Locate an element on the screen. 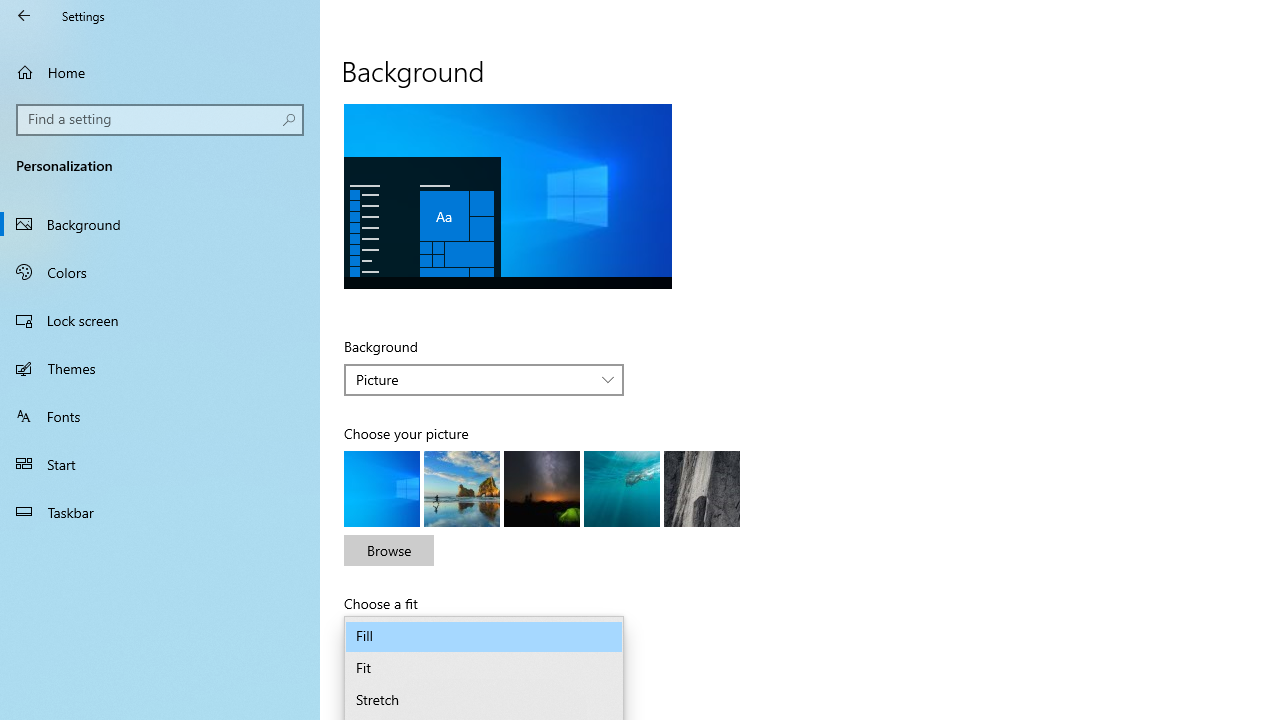 The image size is (1280, 720). 'Taskbar' is located at coordinates (160, 510).